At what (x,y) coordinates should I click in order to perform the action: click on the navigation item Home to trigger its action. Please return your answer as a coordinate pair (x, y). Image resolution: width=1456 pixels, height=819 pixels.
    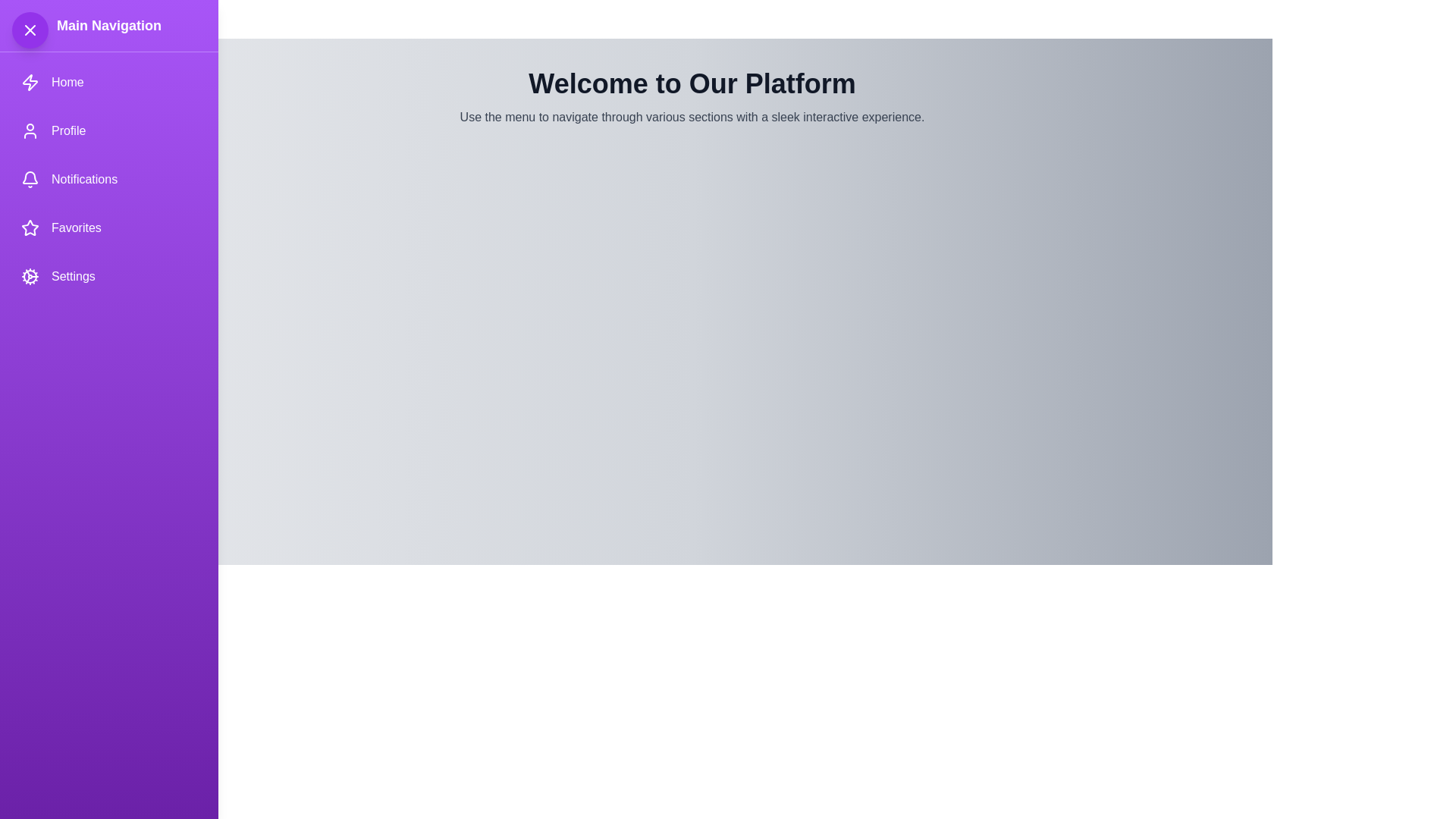
    Looking at the image, I should click on (108, 82).